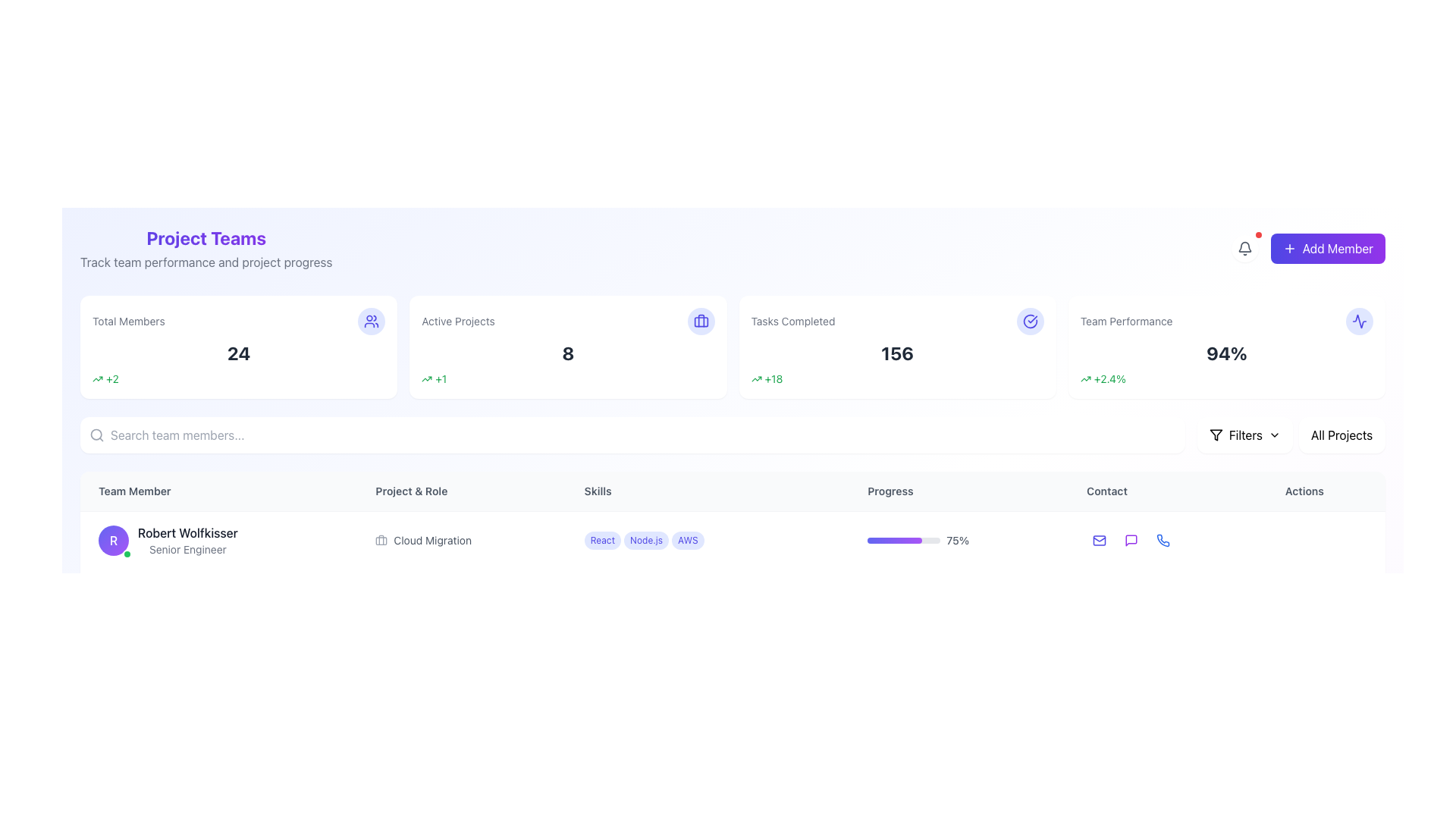  What do you see at coordinates (1131, 540) in the screenshot?
I see `the small, purple-bordered speech bubble icon located in the 'Contact' section of the first row of the table` at bounding box center [1131, 540].